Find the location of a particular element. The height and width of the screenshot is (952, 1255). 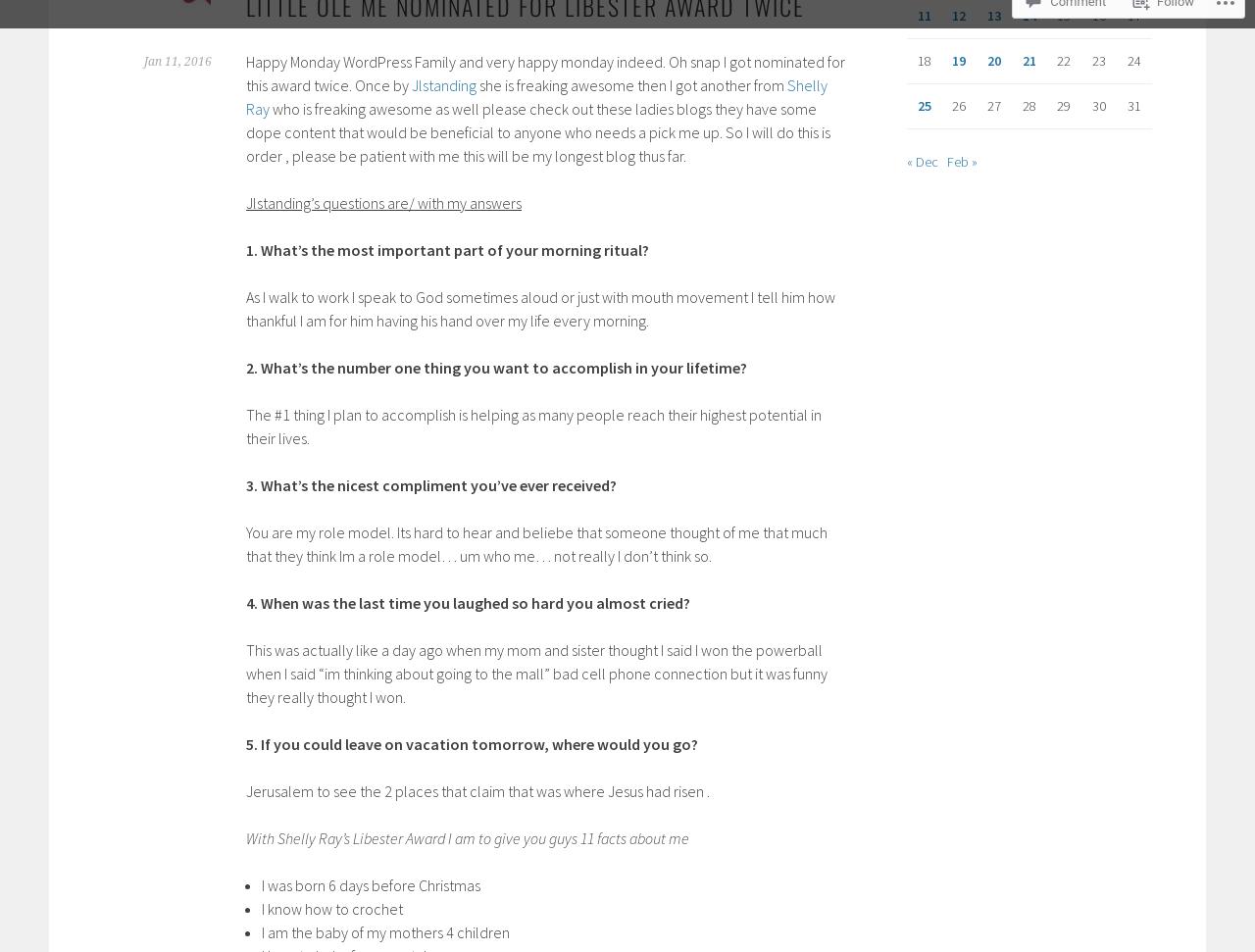

'17' is located at coordinates (1132, 16).